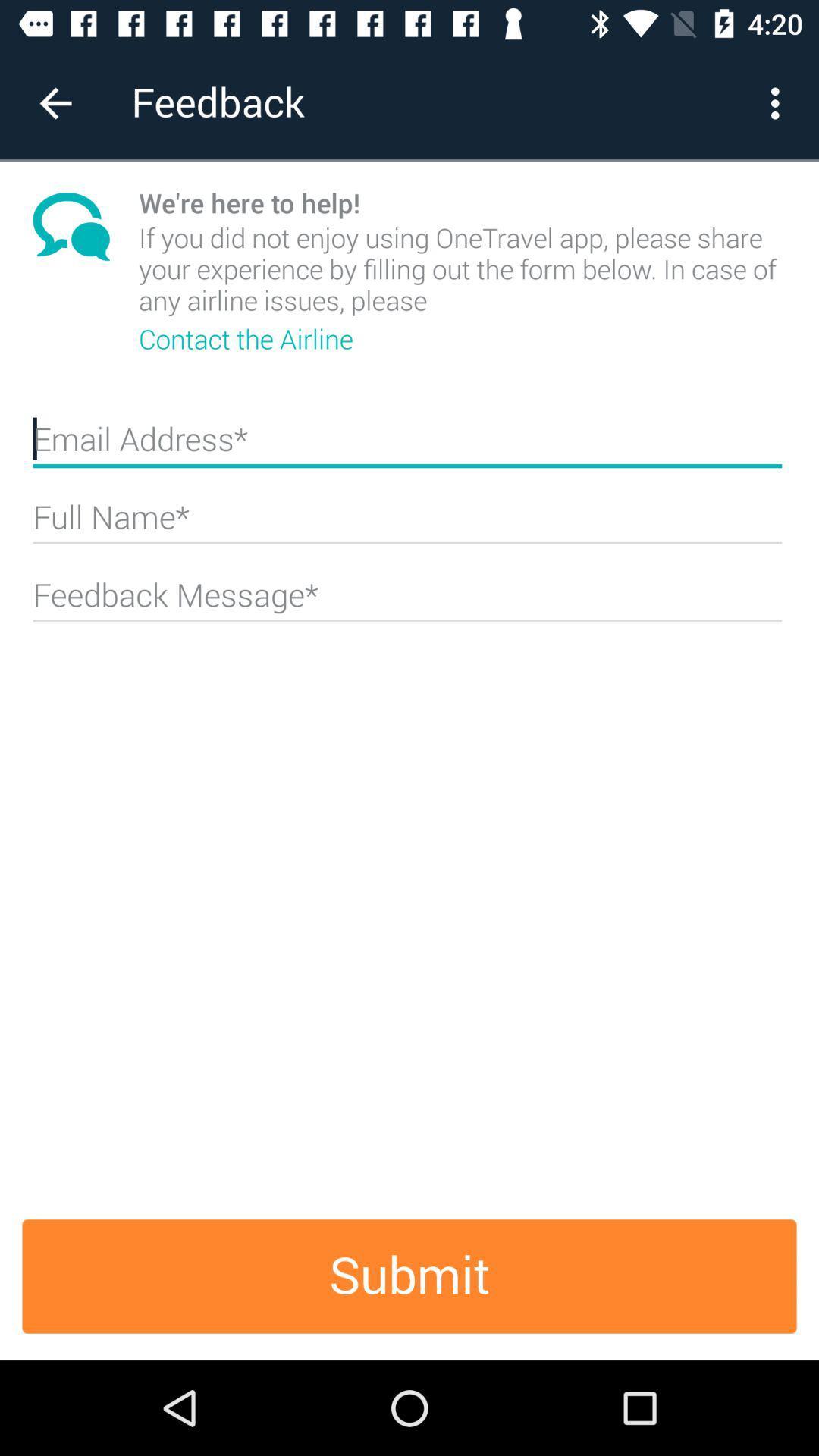  I want to click on item to the right of feedback icon, so click(779, 102).